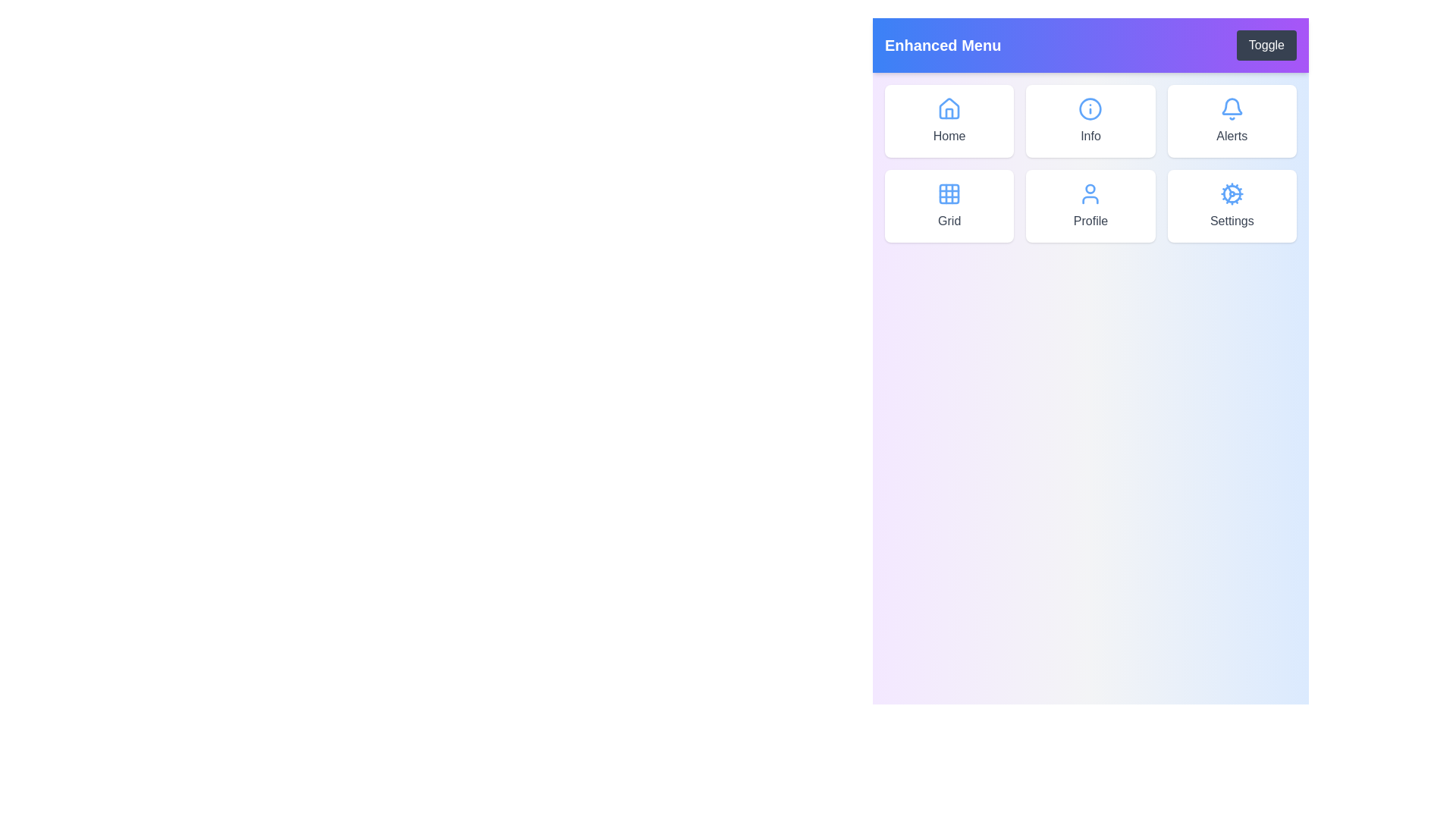 This screenshot has height=819, width=1456. What do you see at coordinates (1232, 206) in the screenshot?
I see `the menu item labeled Settings` at bounding box center [1232, 206].